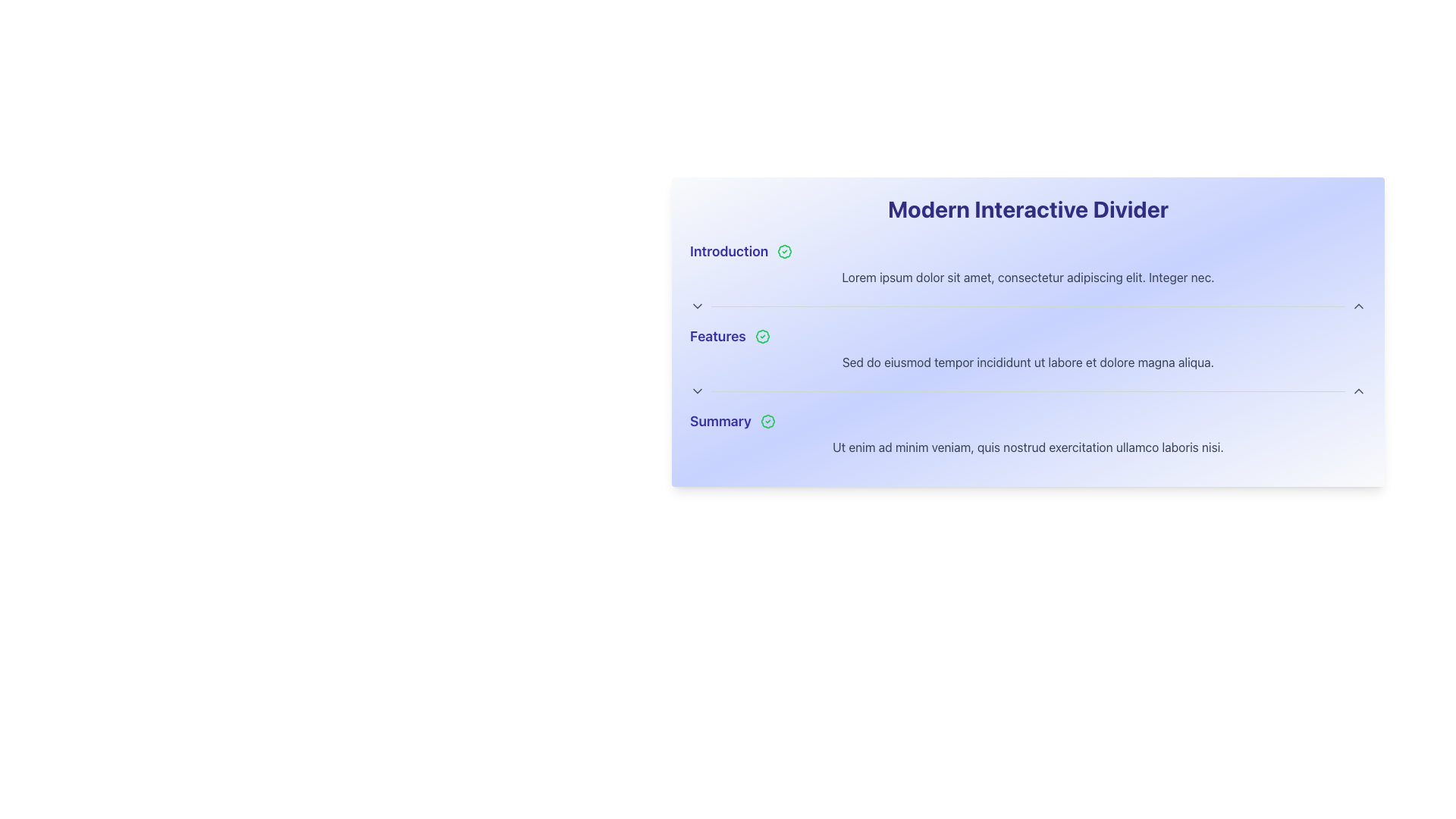 This screenshot has width=1456, height=819. I want to click on the downward-pointing chevron icon button, which serves as a collapsible indicator, so click(697, 391).